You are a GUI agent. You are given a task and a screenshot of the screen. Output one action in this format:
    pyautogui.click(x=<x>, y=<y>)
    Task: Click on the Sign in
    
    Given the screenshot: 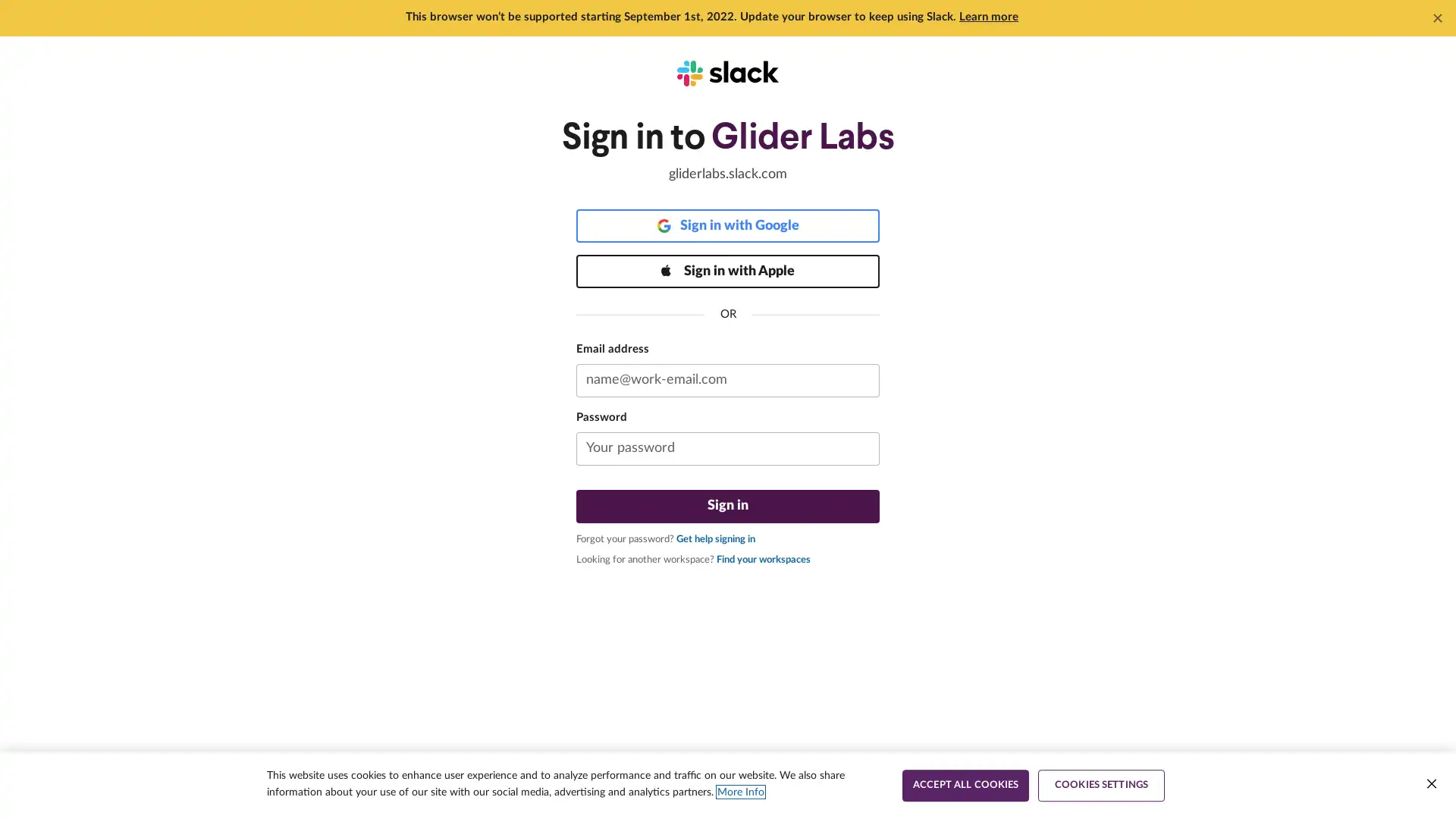 What is the action you would take?
    pyautogui.click(x=728, y=506)
    